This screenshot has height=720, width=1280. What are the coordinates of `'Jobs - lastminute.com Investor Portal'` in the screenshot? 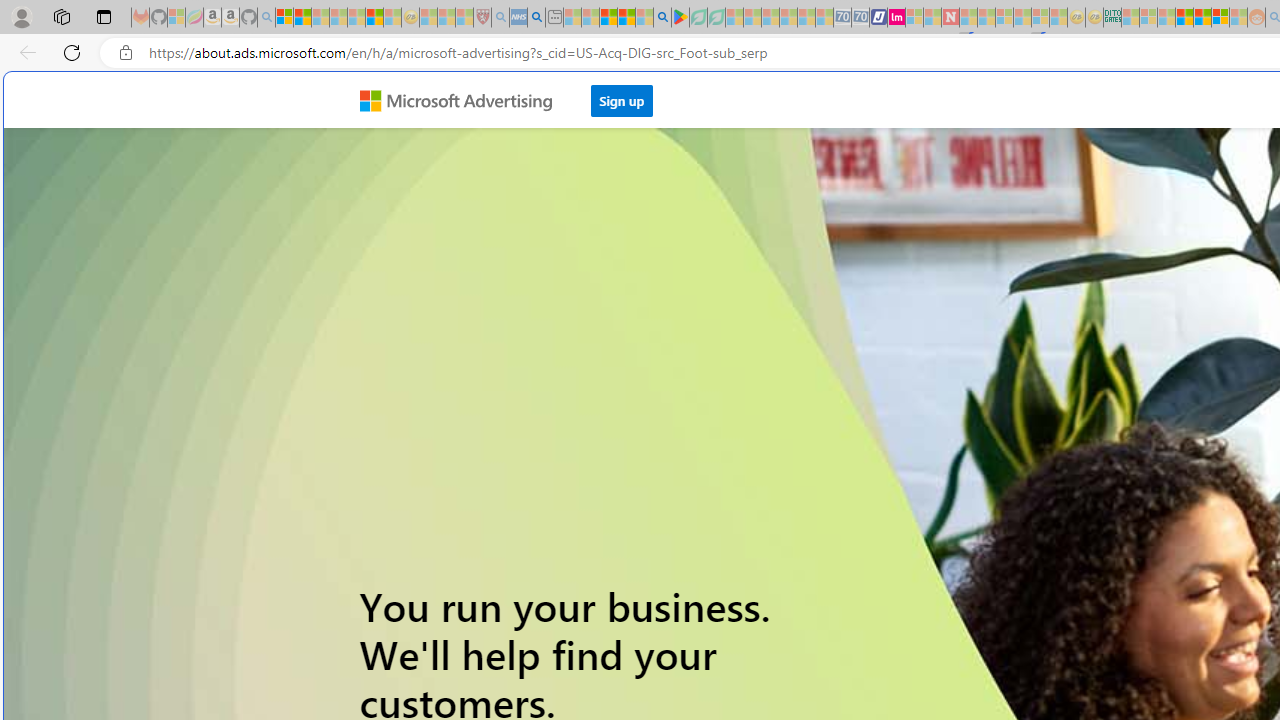 It's located at (895, 17).